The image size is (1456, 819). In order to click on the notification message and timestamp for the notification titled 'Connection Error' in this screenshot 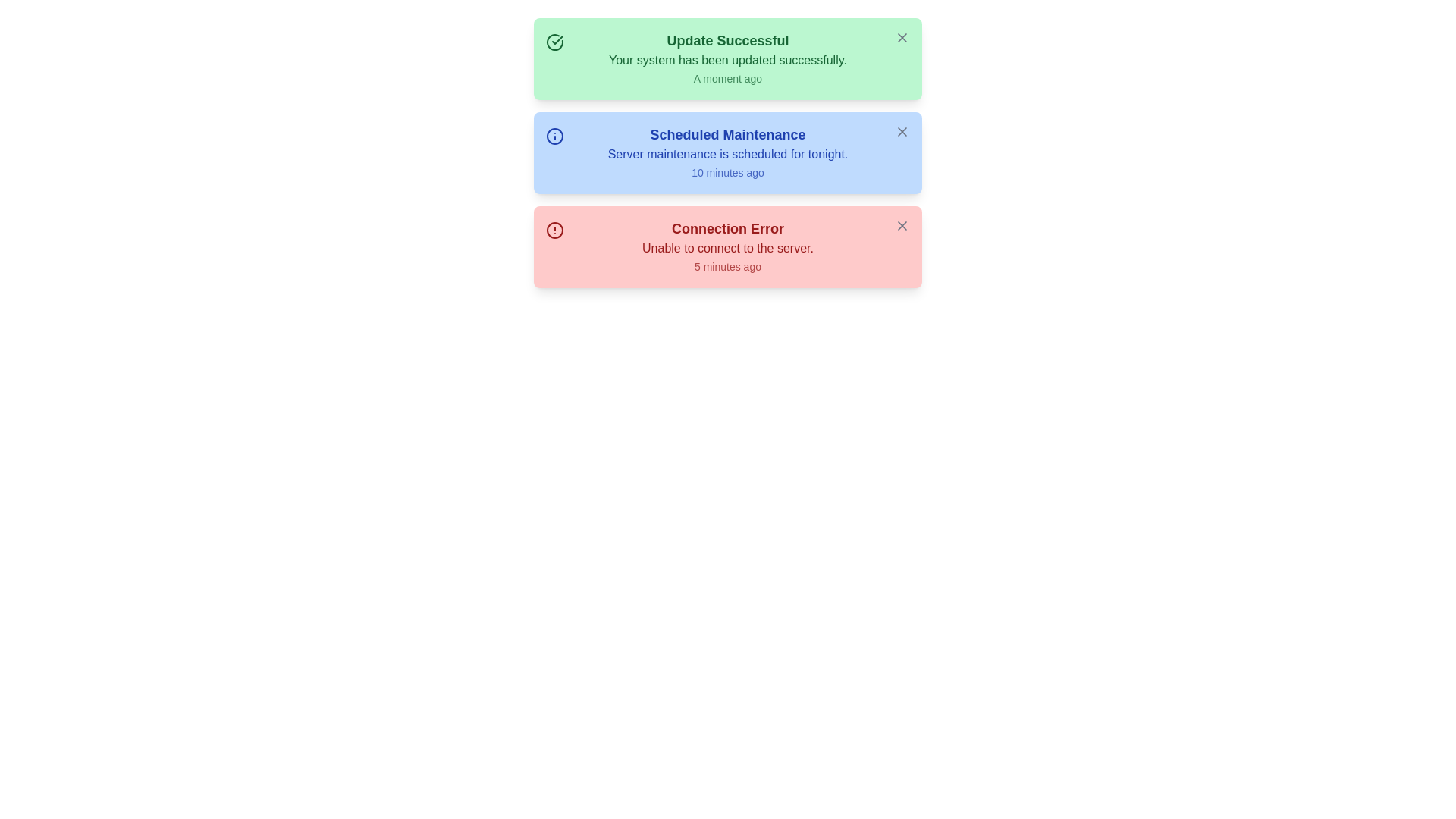, I will do `click(728, 246)`.